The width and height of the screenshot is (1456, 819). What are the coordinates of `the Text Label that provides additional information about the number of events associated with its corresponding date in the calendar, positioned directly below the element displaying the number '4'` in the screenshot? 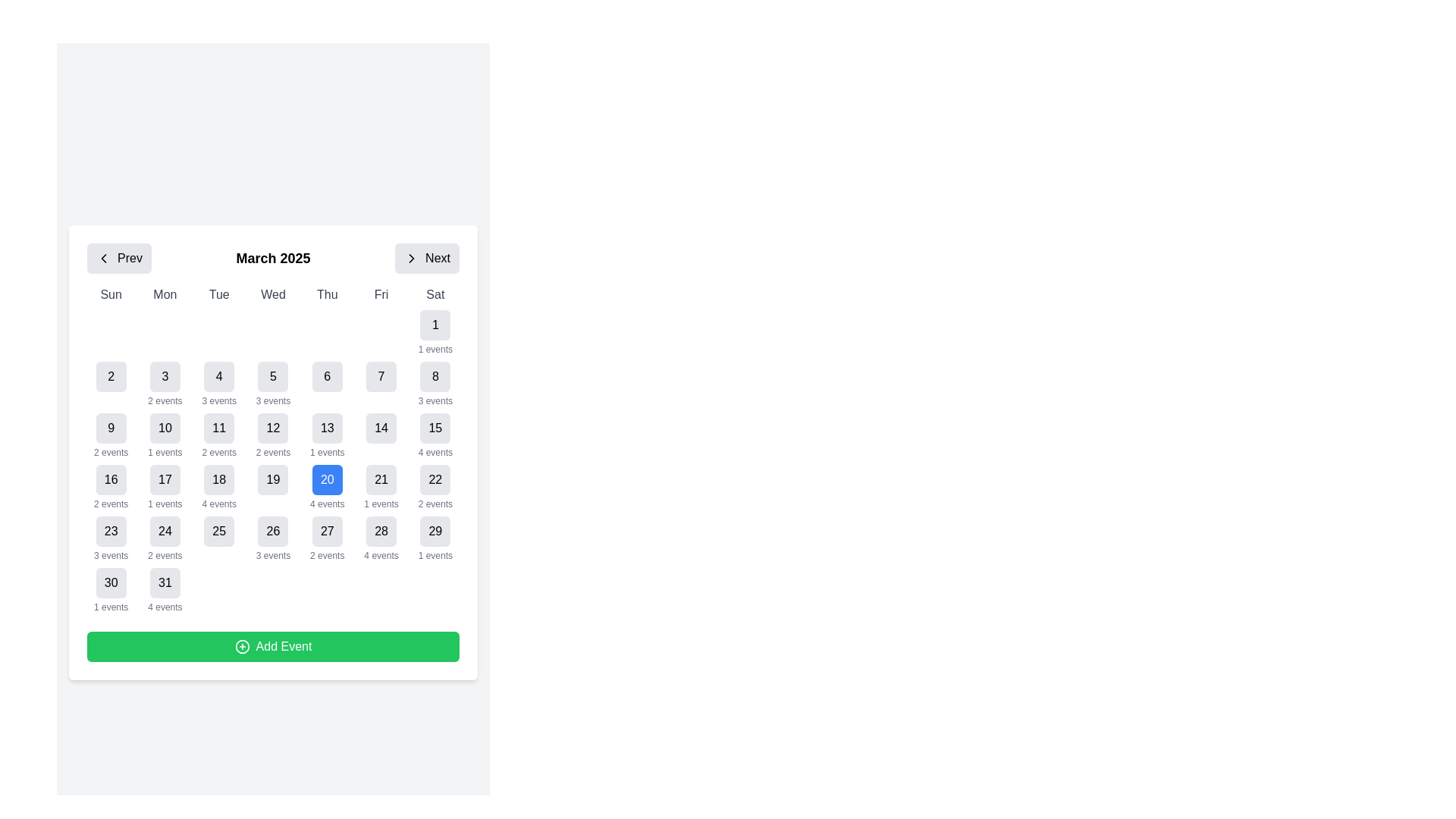 It's located at (218, 400).